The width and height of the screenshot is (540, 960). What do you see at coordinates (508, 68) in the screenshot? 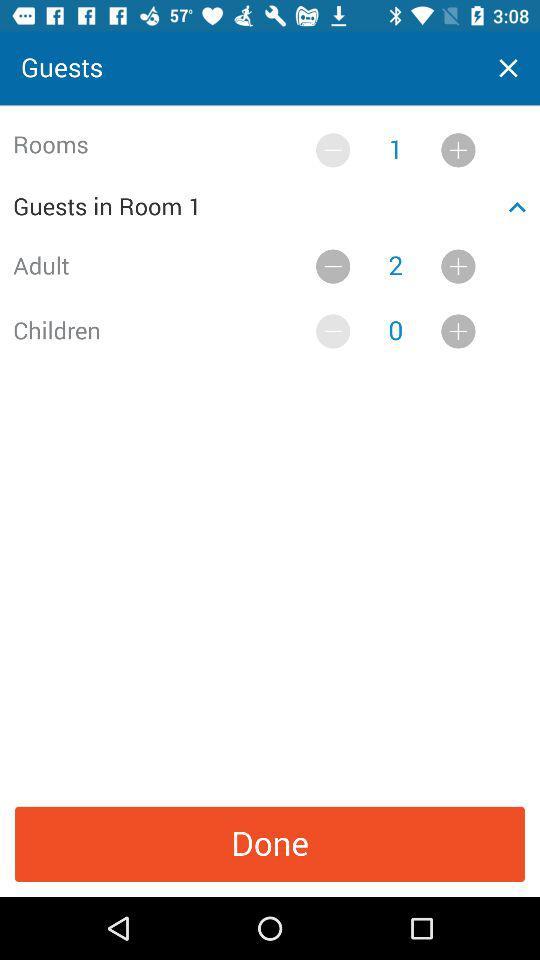
I see `this page` at bounding box center [508, 68].